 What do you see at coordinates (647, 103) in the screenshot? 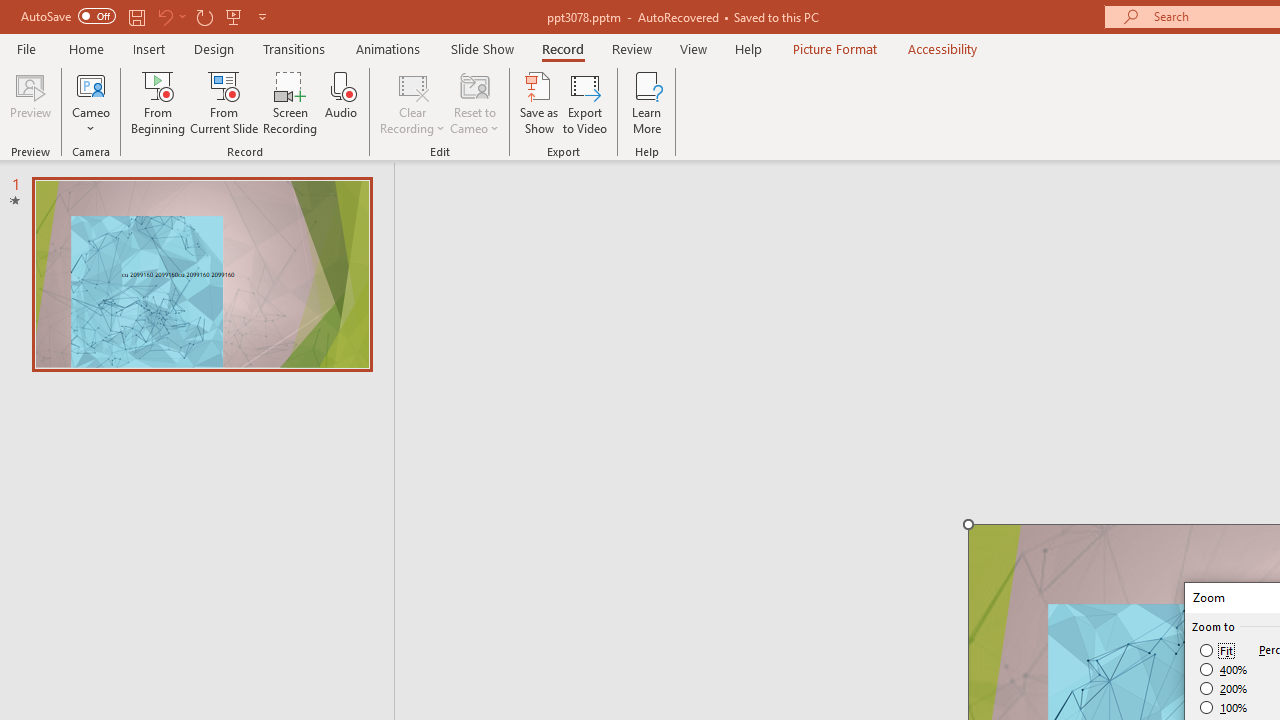
I see `'Learn More'` at bounding box center [647, 103].